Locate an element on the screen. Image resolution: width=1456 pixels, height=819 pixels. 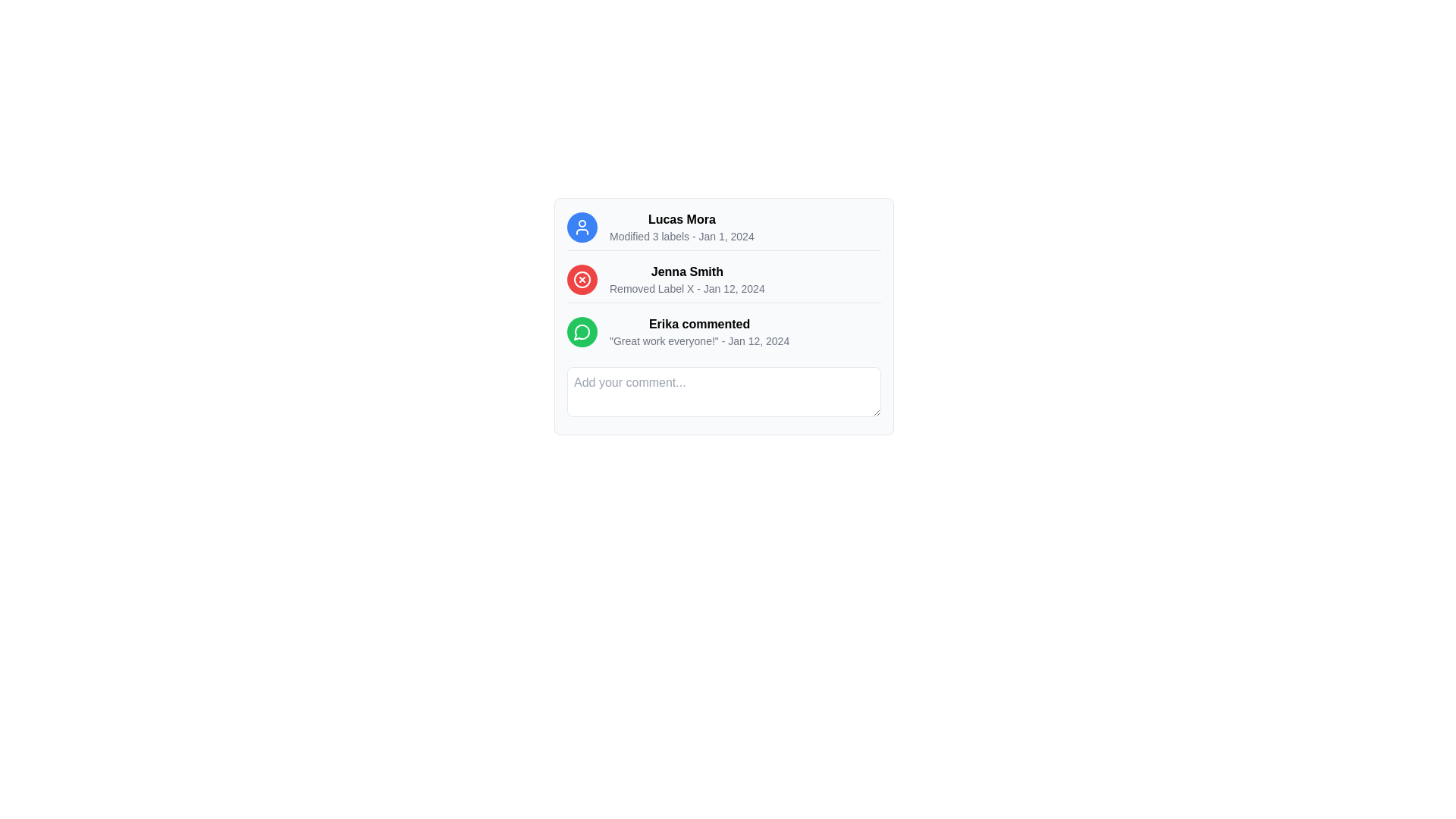
contents of the List Item element that displays 'Erika commented' along with the comment and timestamp is located at coordinates (723, 315).